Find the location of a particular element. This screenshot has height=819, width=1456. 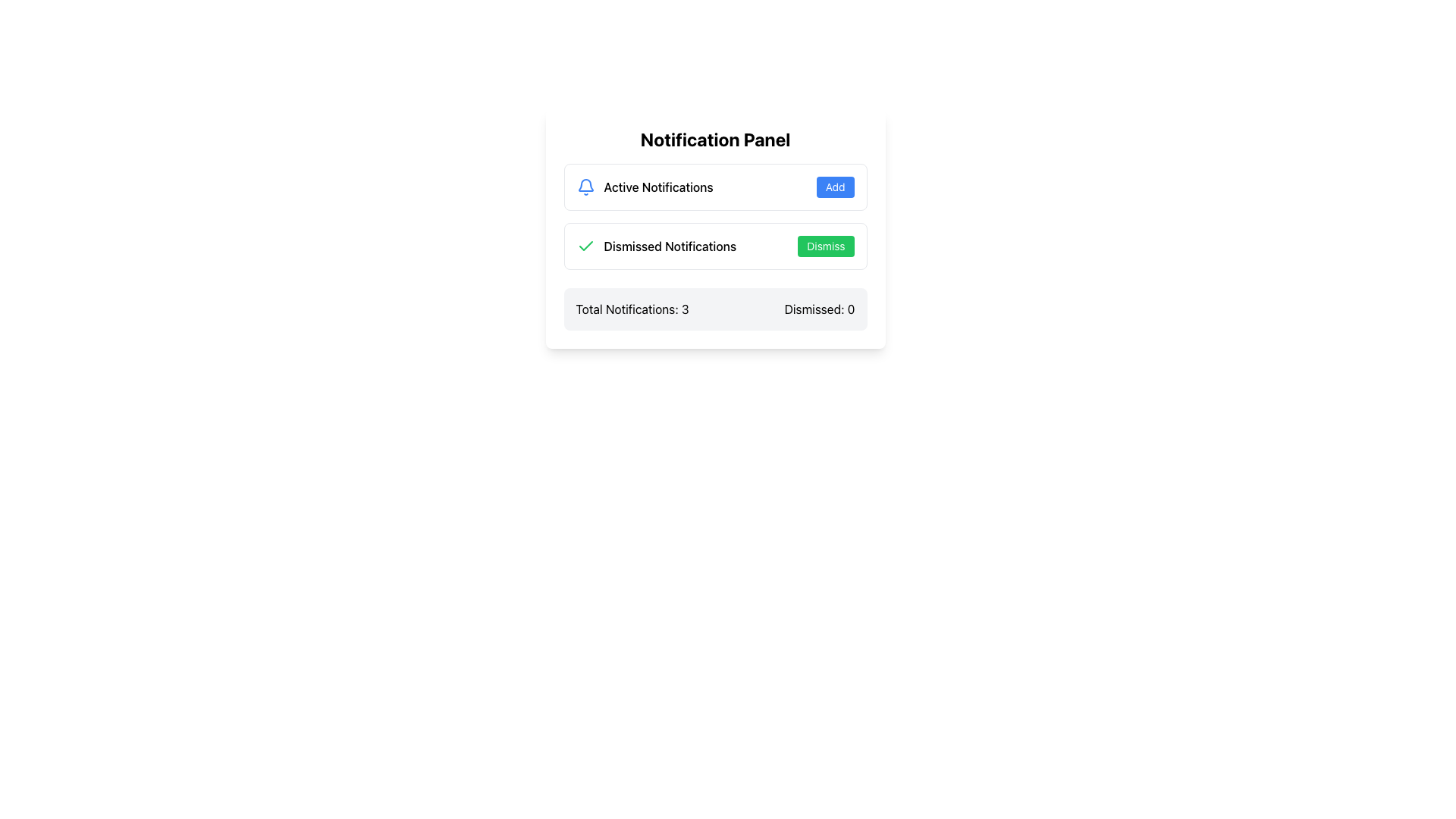

the rectangular 'Dismiss' button with a green background is located at coordinates (825, 245).